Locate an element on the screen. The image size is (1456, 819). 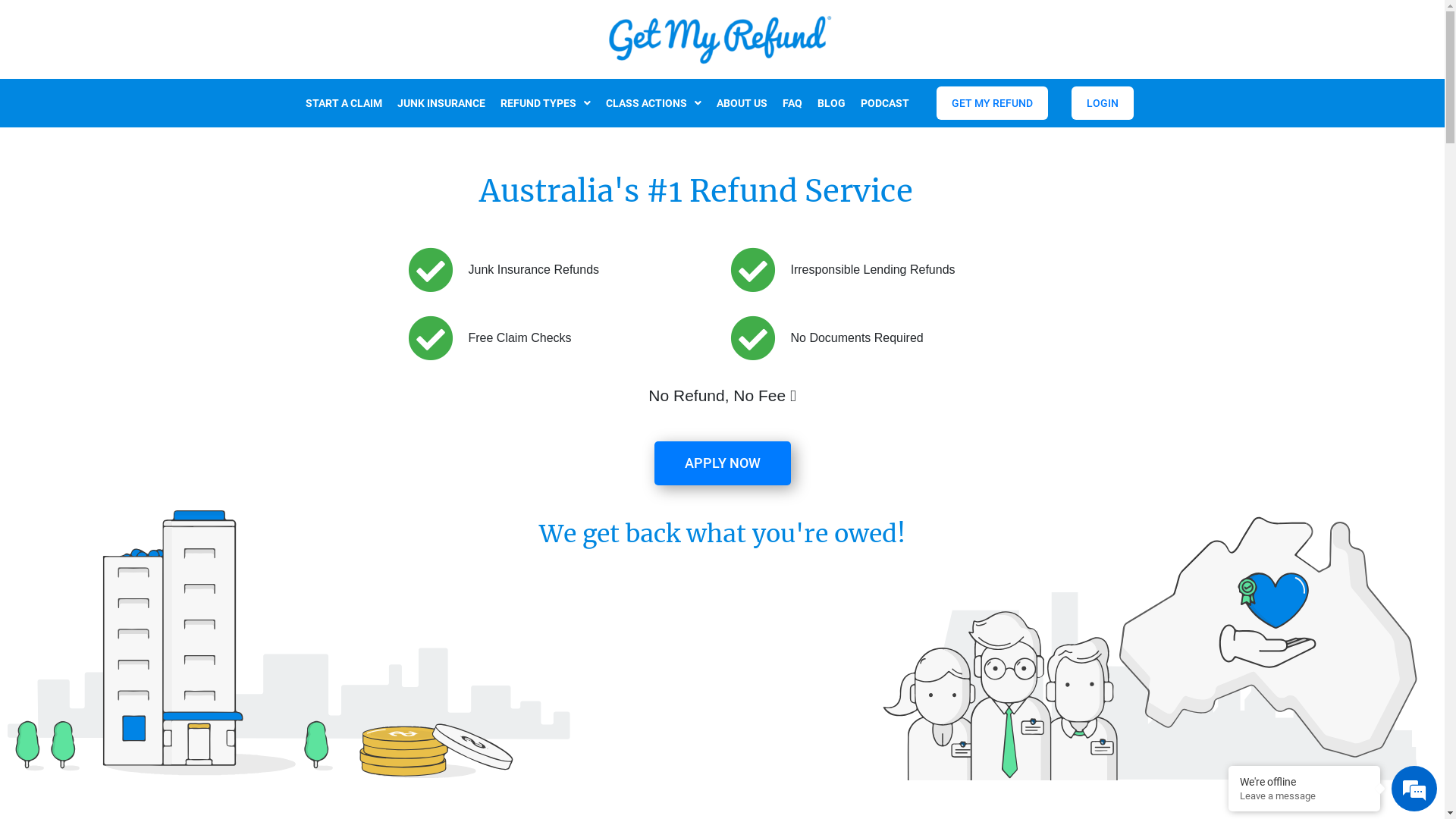
'CLASS ACTIONS' is located at coordinates (652, 102).